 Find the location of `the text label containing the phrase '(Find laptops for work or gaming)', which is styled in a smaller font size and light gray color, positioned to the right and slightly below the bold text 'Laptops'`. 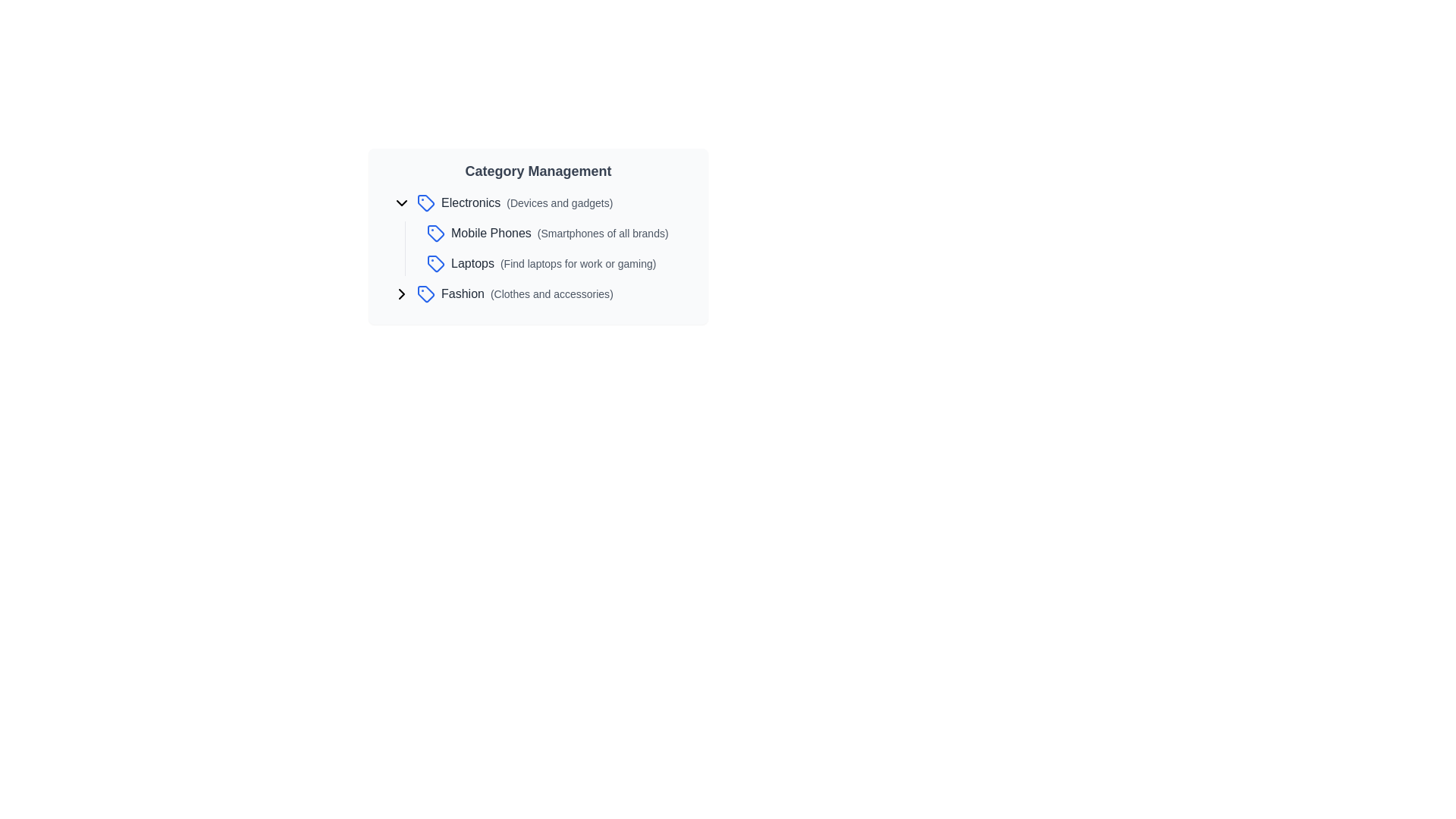

the text label containing the phrase '(Find laptops for work or gaming)', which is styled in a smaller font size and light gray color, positioned to the right and slightly below the bold text 'Laptops' is located at coordinates (577, 262).